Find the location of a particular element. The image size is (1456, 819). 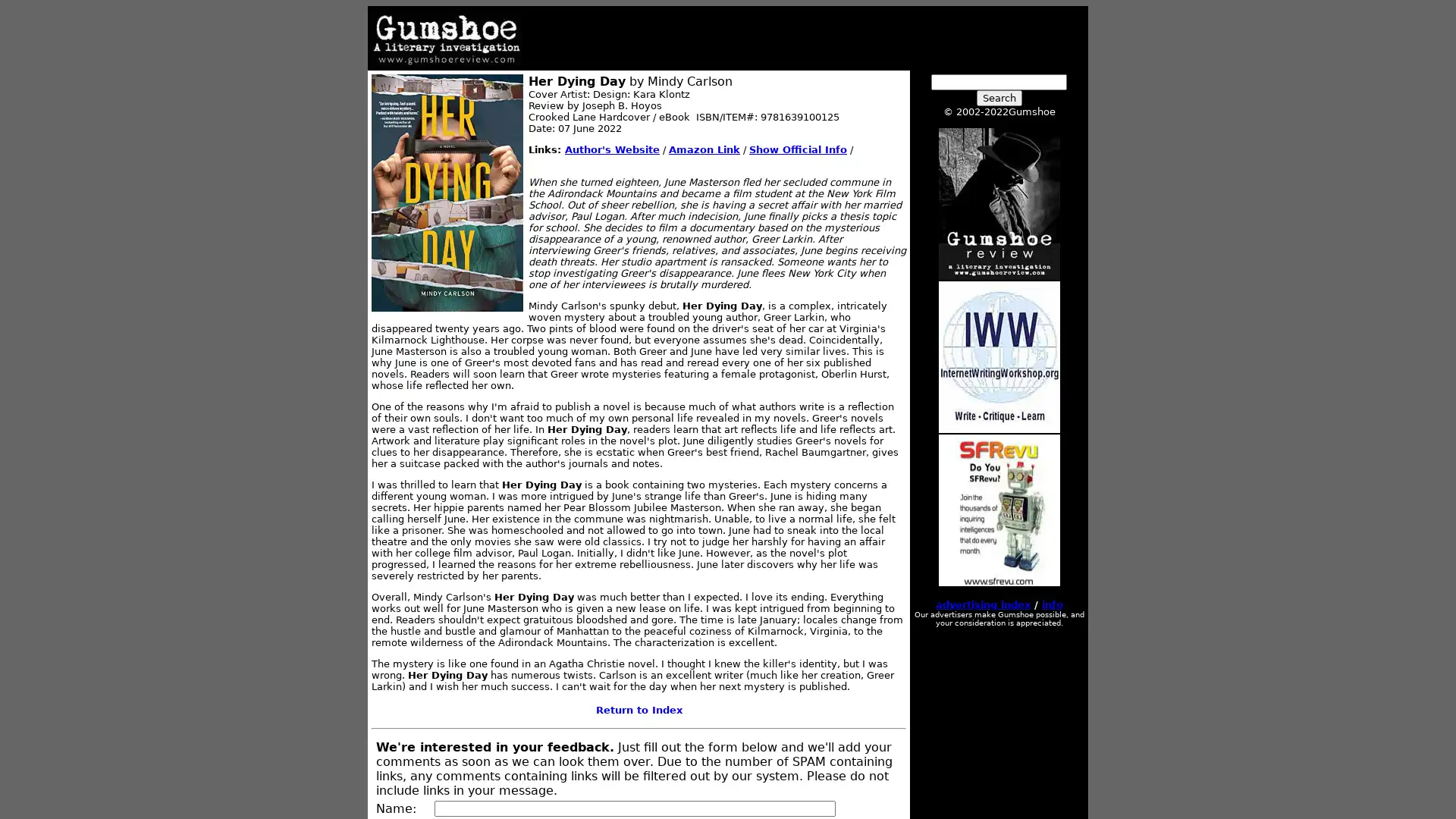

Search is located at coordinates (998, 97).